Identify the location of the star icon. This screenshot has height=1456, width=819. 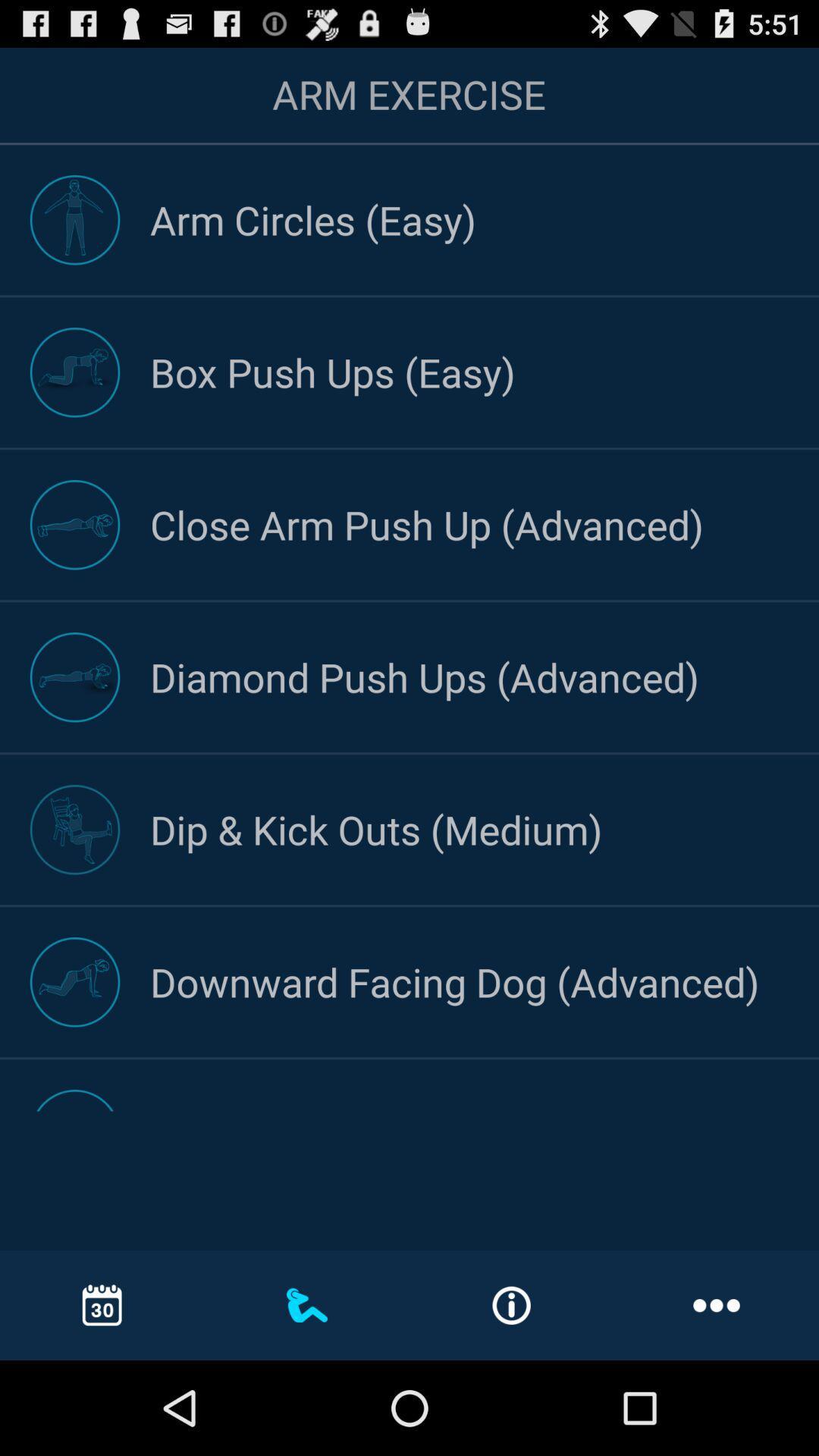
(472, 684).